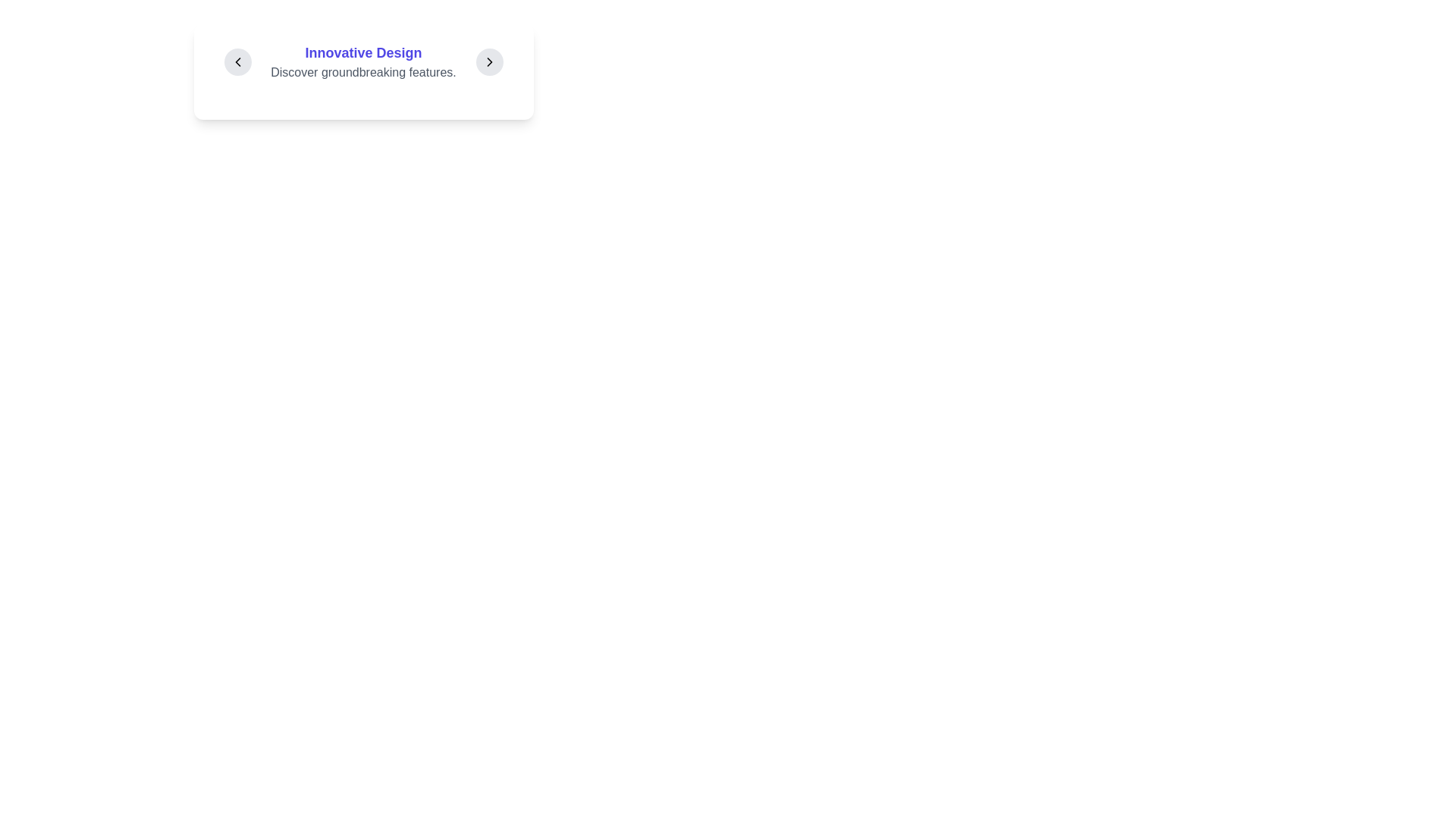  I want to click on the Text Label that serves as a descriptive subtitle under the heading 'Innovative Design', positioned centrally below it, so click(362, 73).